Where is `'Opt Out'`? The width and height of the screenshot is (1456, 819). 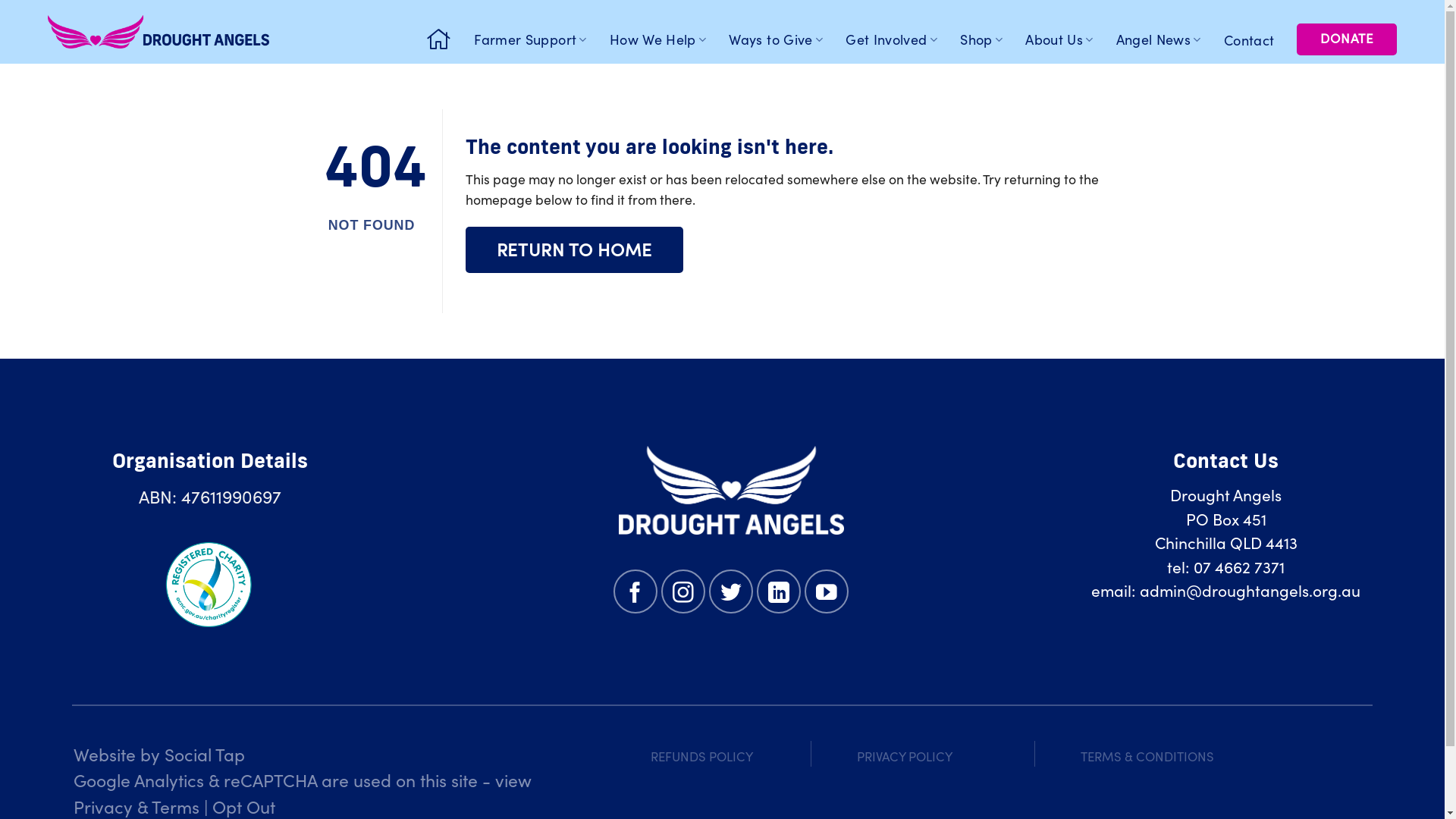
'Opt Out' is located at coordinates (243, 805).